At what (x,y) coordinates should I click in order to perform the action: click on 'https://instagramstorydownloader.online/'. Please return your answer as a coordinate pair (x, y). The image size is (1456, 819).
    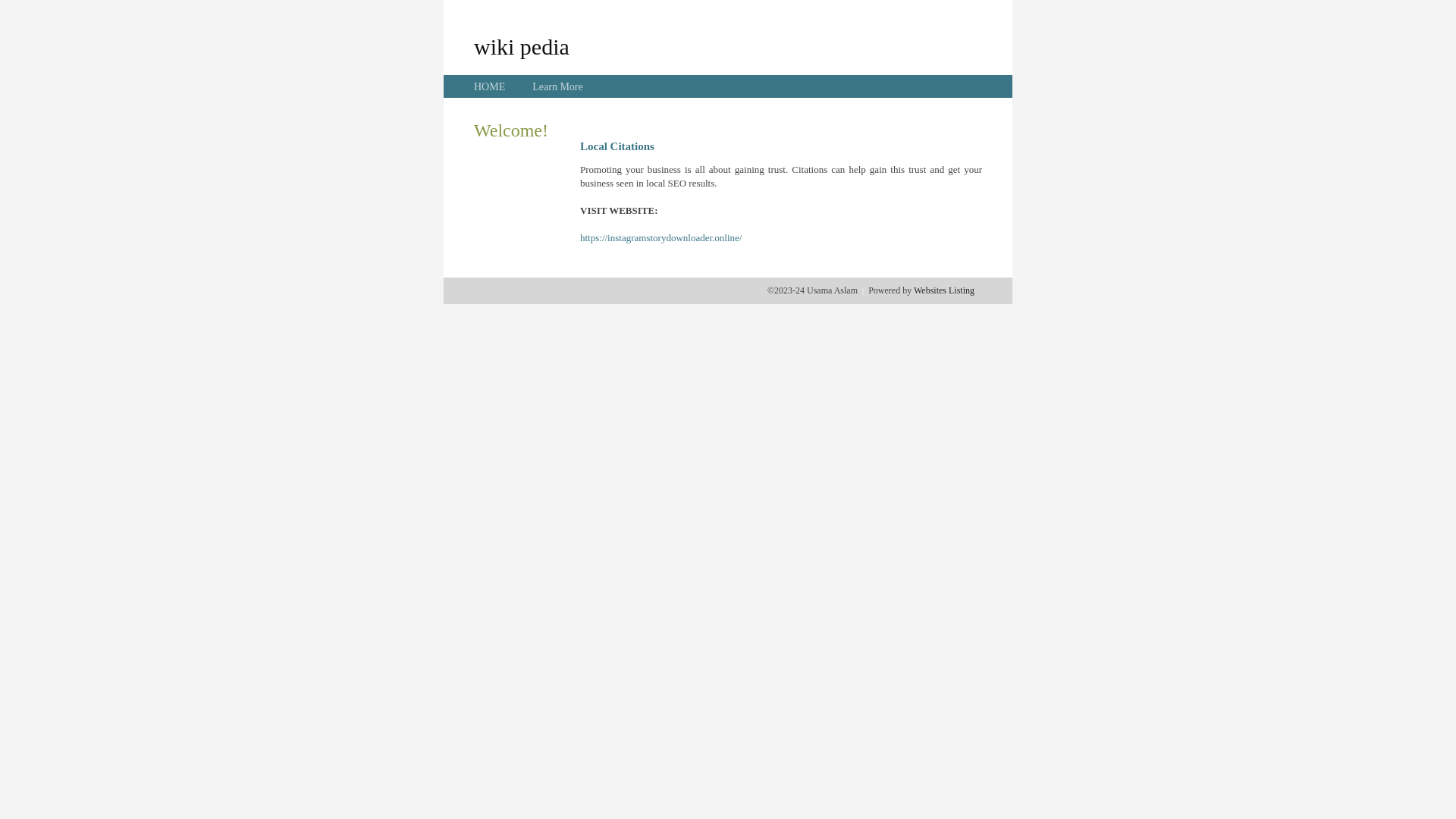
    Looking at the image, I should click on (661, 237).